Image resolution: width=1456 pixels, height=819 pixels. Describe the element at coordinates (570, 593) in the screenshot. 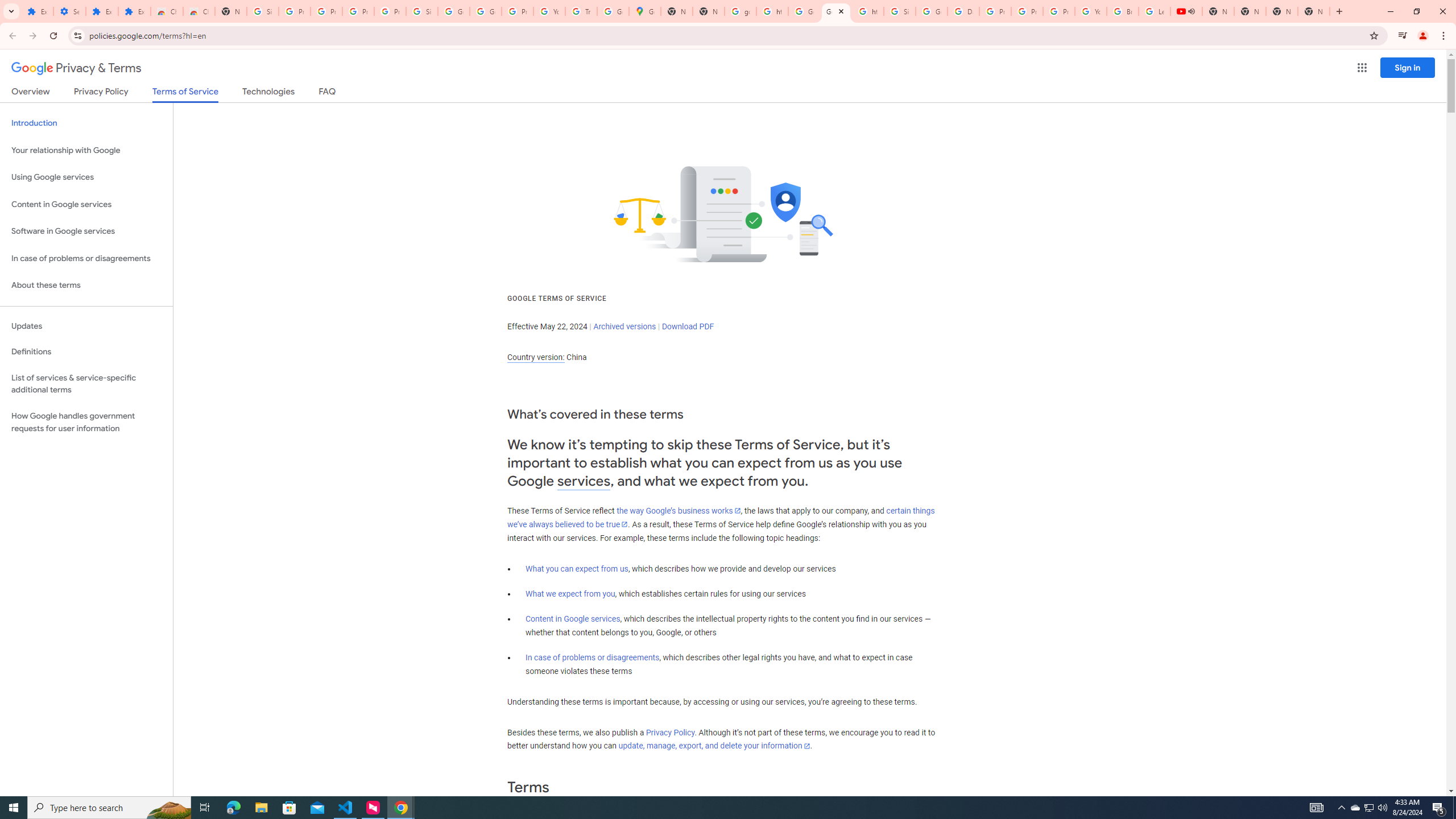

I see `'What we expect from you'` at that location.